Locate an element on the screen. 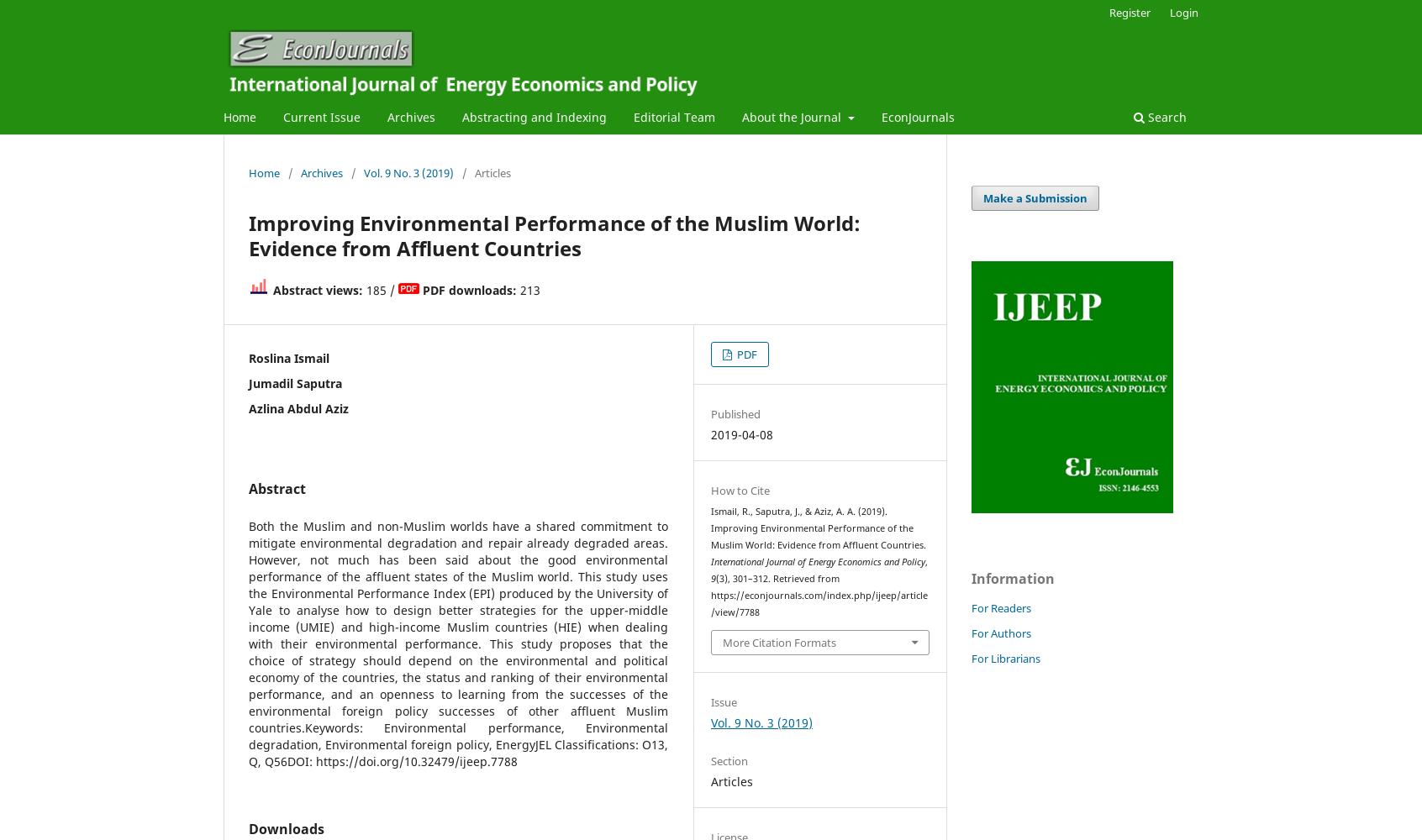  'More Citation Formats' is located at coordinates (779, 642).